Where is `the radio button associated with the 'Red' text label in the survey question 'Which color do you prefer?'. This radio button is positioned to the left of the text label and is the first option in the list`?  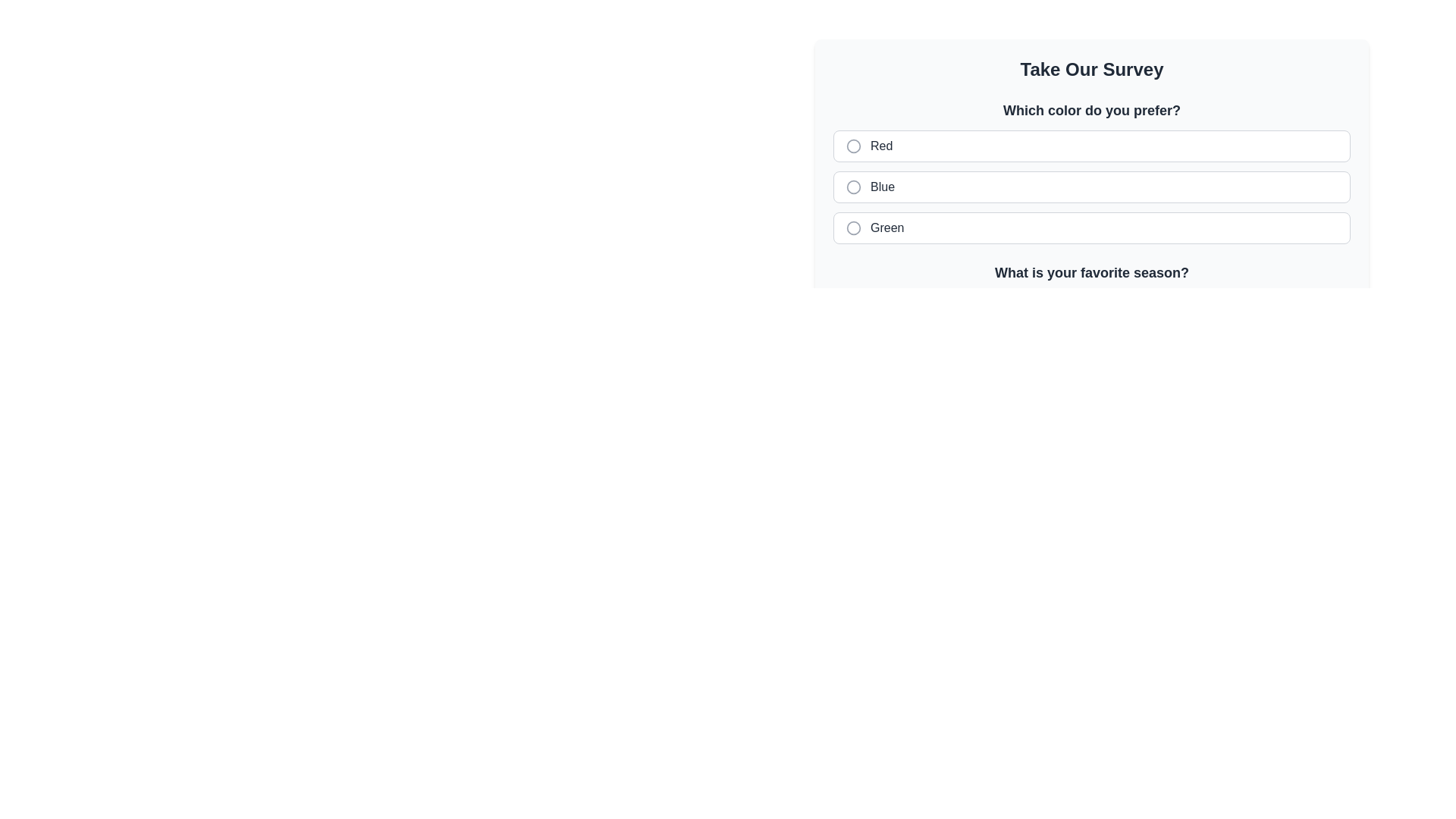 the radio button associated with the 'Red' text label in the survey question 'Which color do you prefer?'. This radio button is positioned to the left of the text label and is the first option in the list is located at coordinates (881, 146).